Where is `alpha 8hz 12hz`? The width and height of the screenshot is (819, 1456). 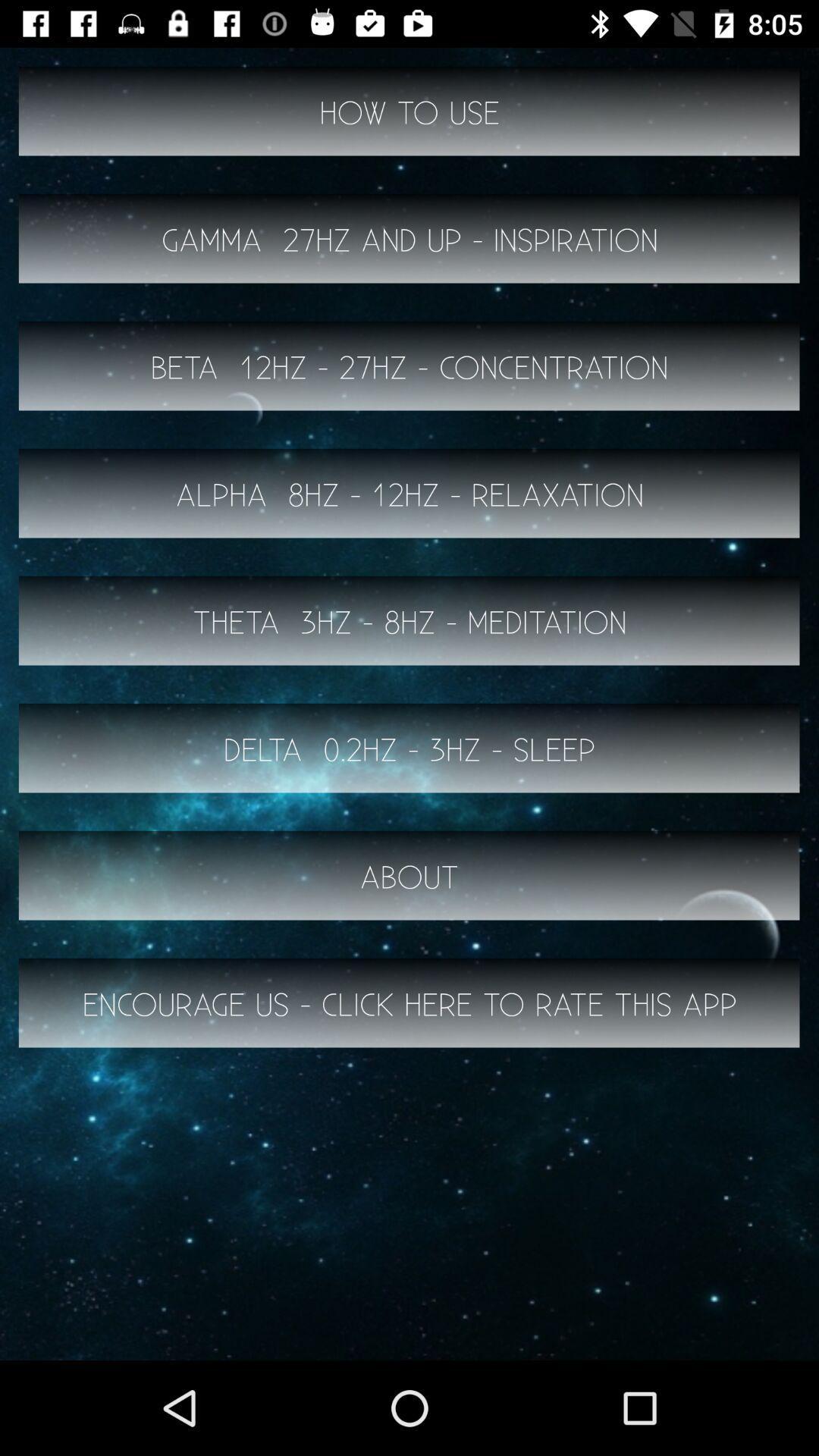 alpha 8hz 12hz is located at coordinates (409, 494).